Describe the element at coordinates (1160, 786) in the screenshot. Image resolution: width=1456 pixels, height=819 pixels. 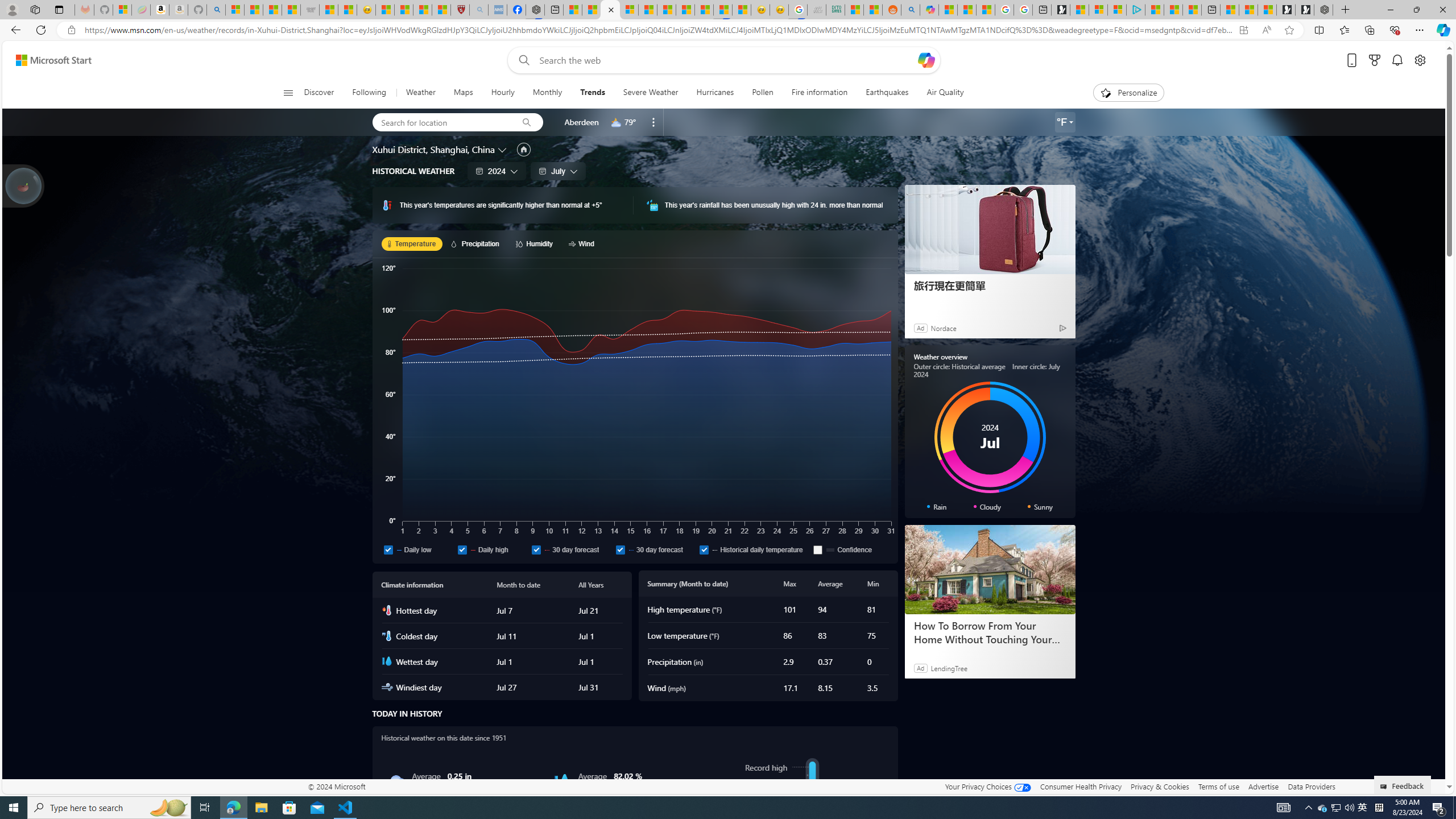
I see `'Privacy & Cookies'` at that location.